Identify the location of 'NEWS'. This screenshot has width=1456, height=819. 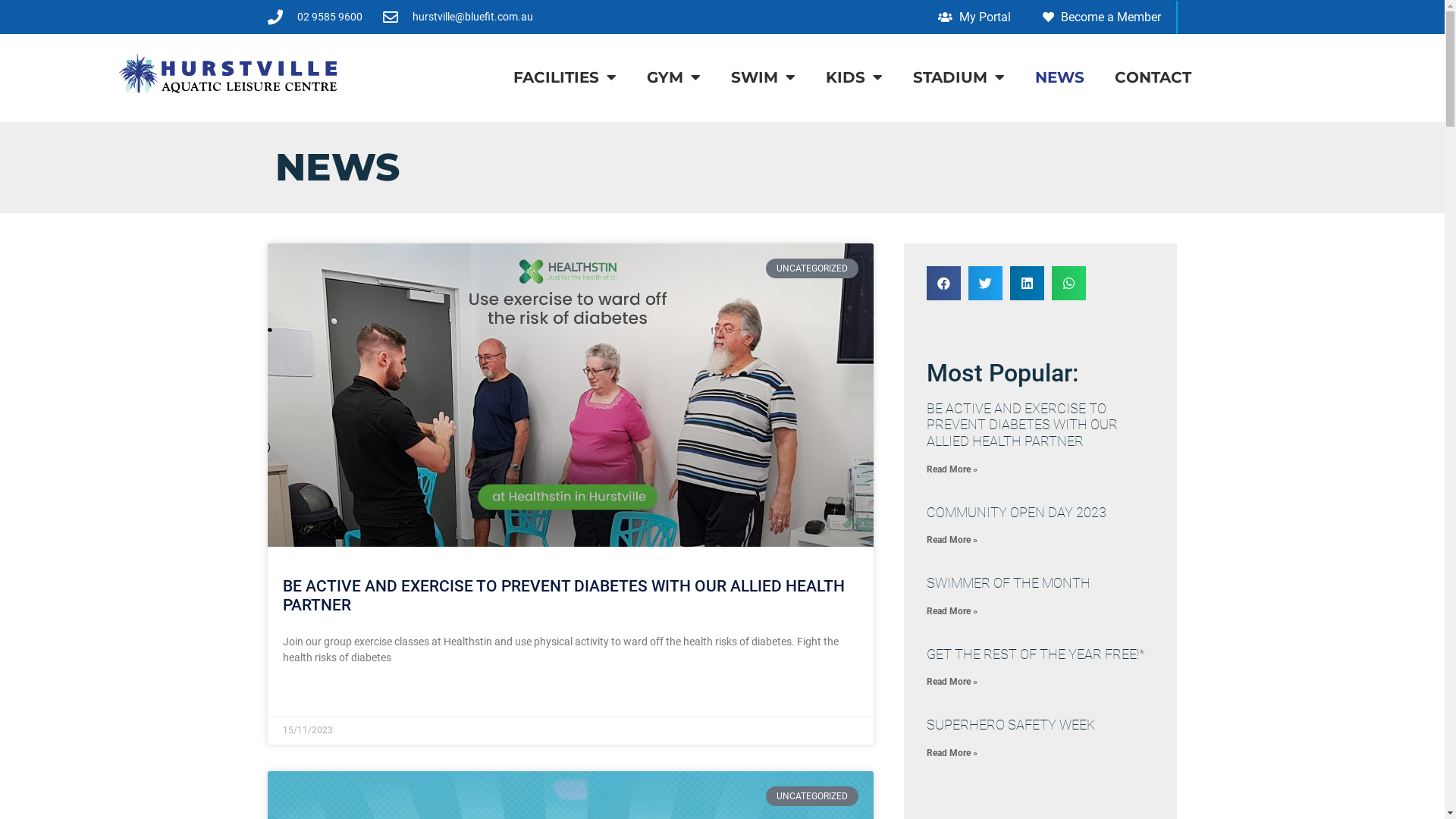
(1059, 77).